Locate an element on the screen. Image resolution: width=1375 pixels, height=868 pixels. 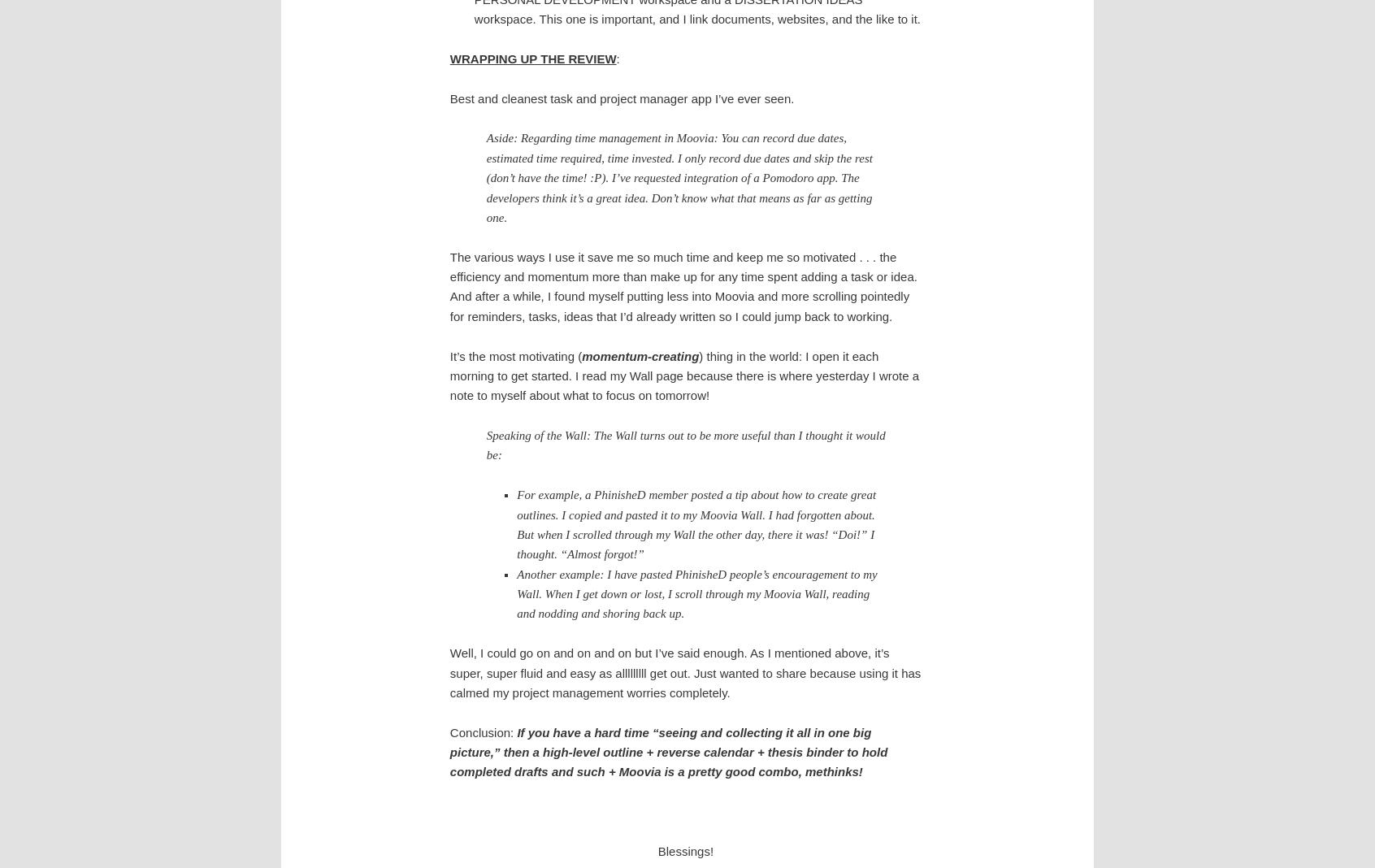
'Blessings!' is located at coordinates (687, 850).